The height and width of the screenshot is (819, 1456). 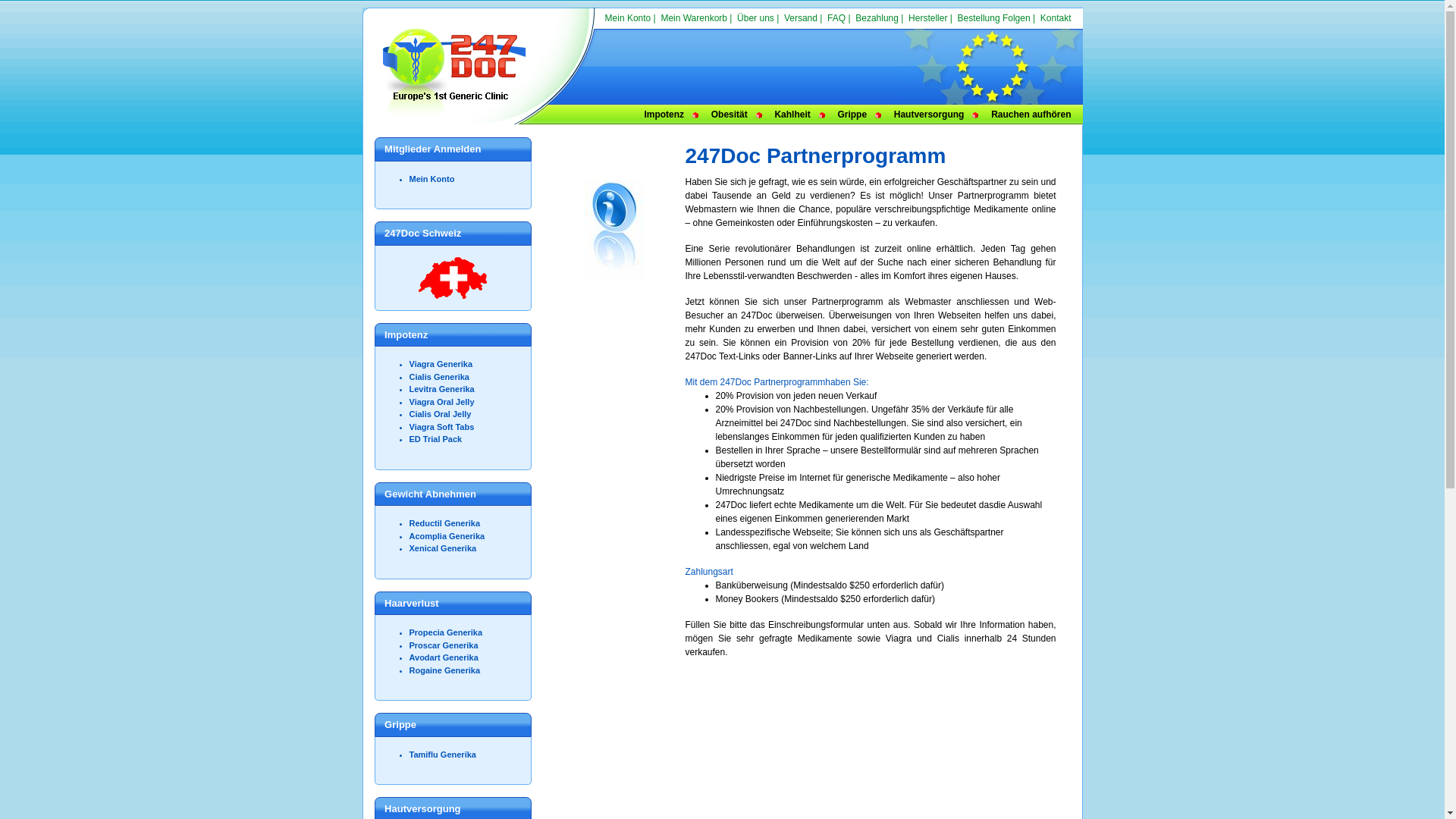 I want to click on 'Versand', so click(x=800, y=17).